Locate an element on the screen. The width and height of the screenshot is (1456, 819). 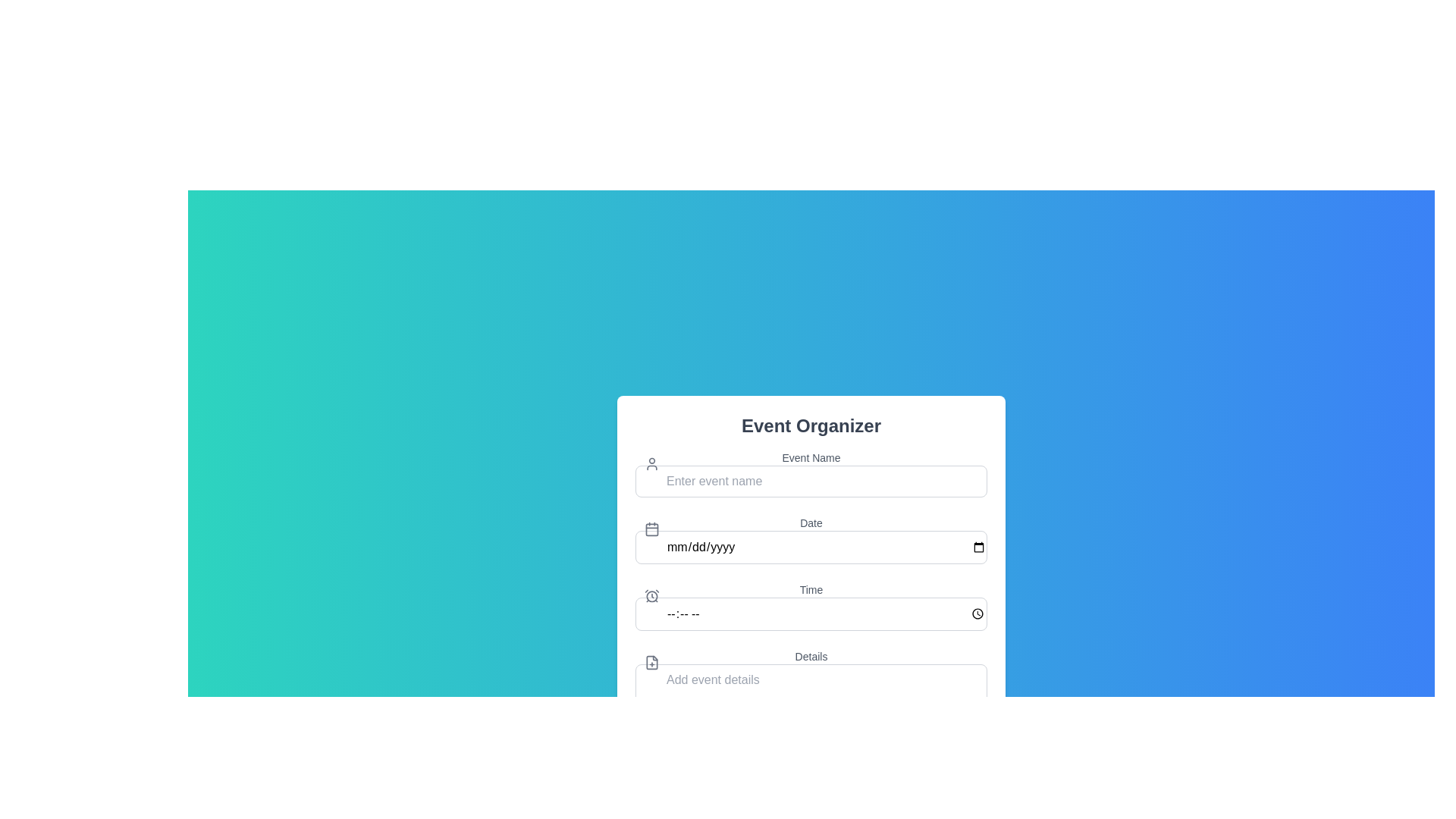
the user profile icon, which is a minimalistic gray line art representation located to the left of the 'Event Name' text input field is located at coordinates (651, 463).